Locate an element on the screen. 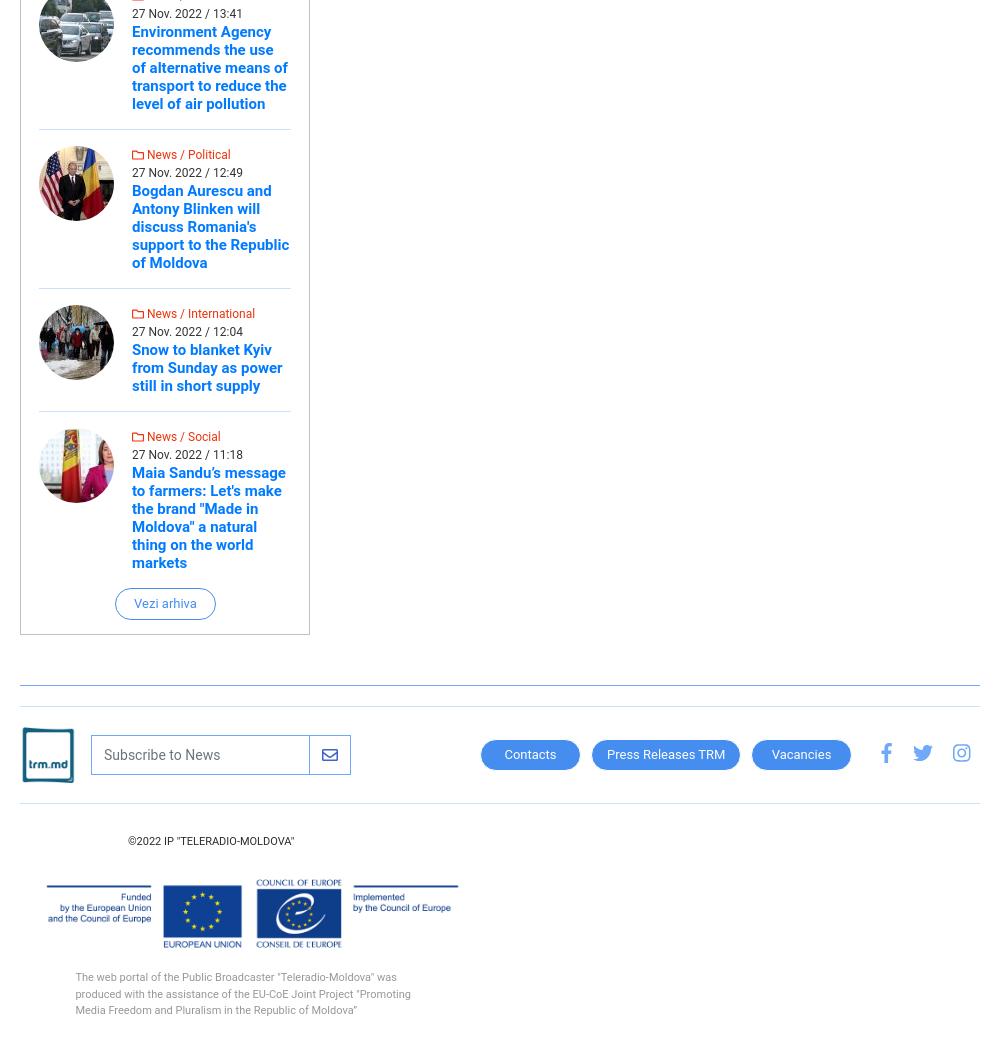 This screenshot has width=1000, height=1048. 'Vezi arhiva' is located at coordinates (164, 603).